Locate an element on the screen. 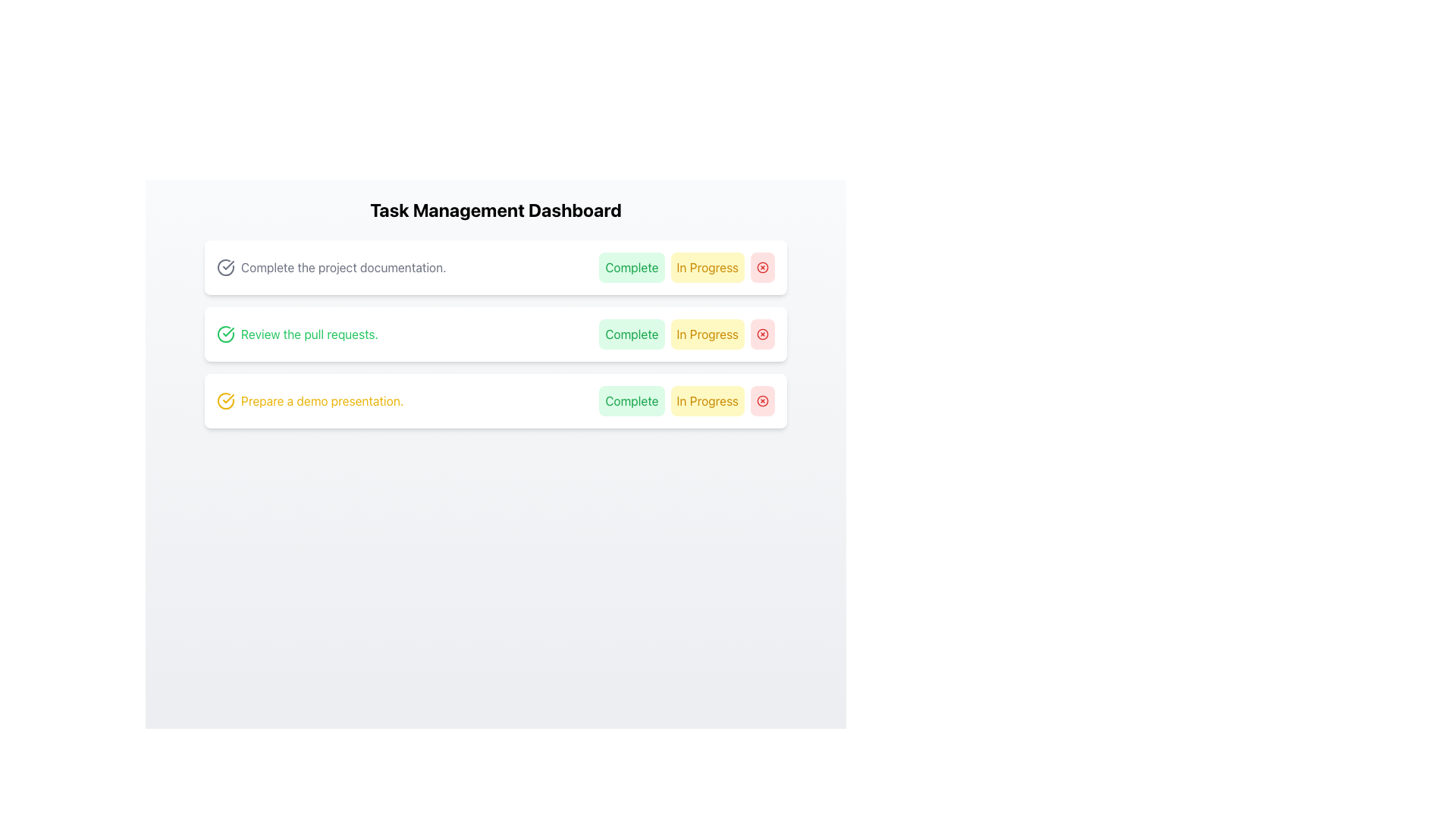 Image resolution: width=1456 pixels, height=819 pixels. the static text element that says 'Review the pull requests.' with a green checkmark icon, which is the second item in a list on a white card background is located at coordinates (297, 333).